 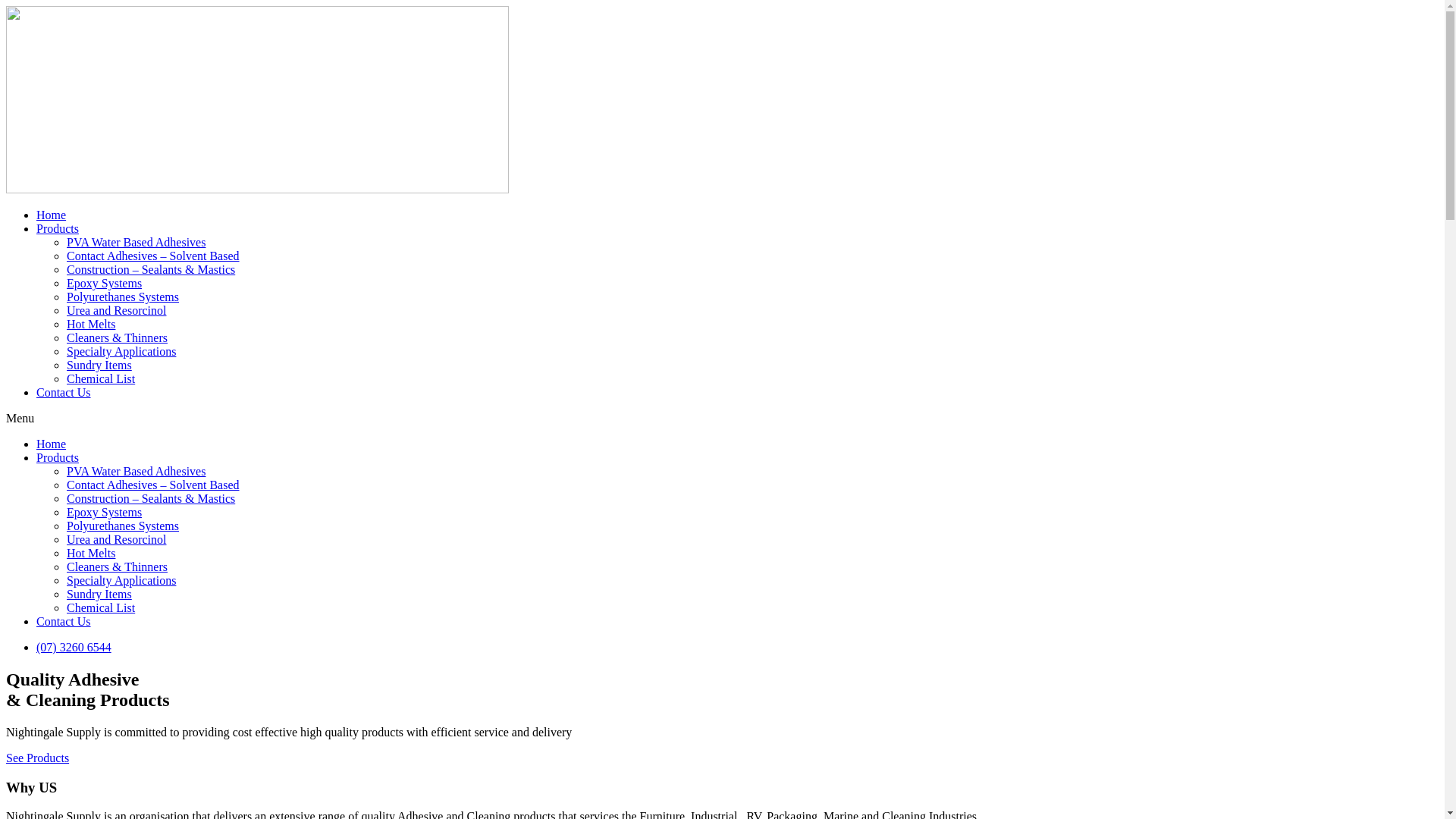 I want to click on 'Chemical List', so click(x=100, y=378).